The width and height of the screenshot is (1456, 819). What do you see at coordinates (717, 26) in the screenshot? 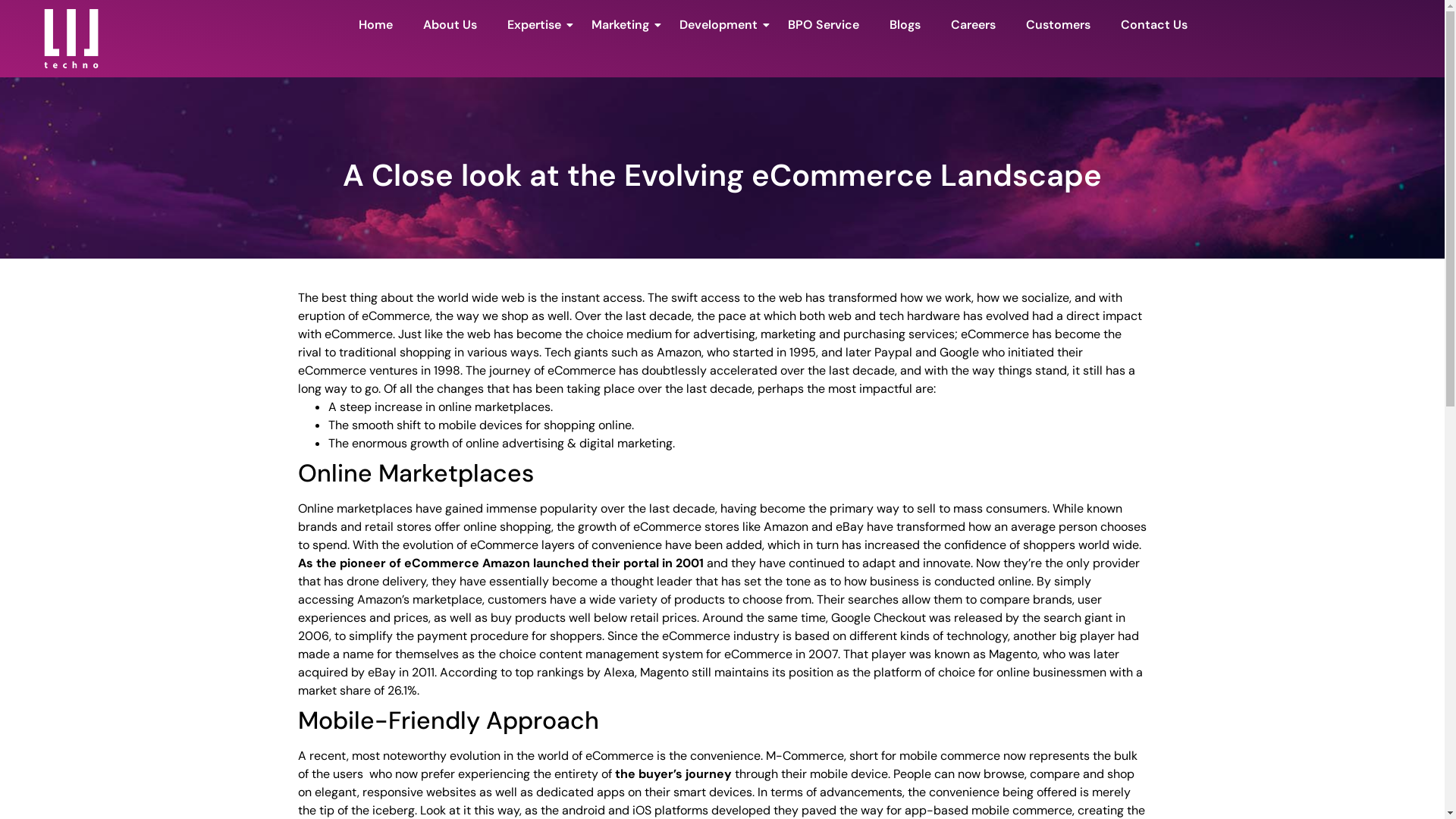
I see `'Development'` at bounding box center [717, 26].